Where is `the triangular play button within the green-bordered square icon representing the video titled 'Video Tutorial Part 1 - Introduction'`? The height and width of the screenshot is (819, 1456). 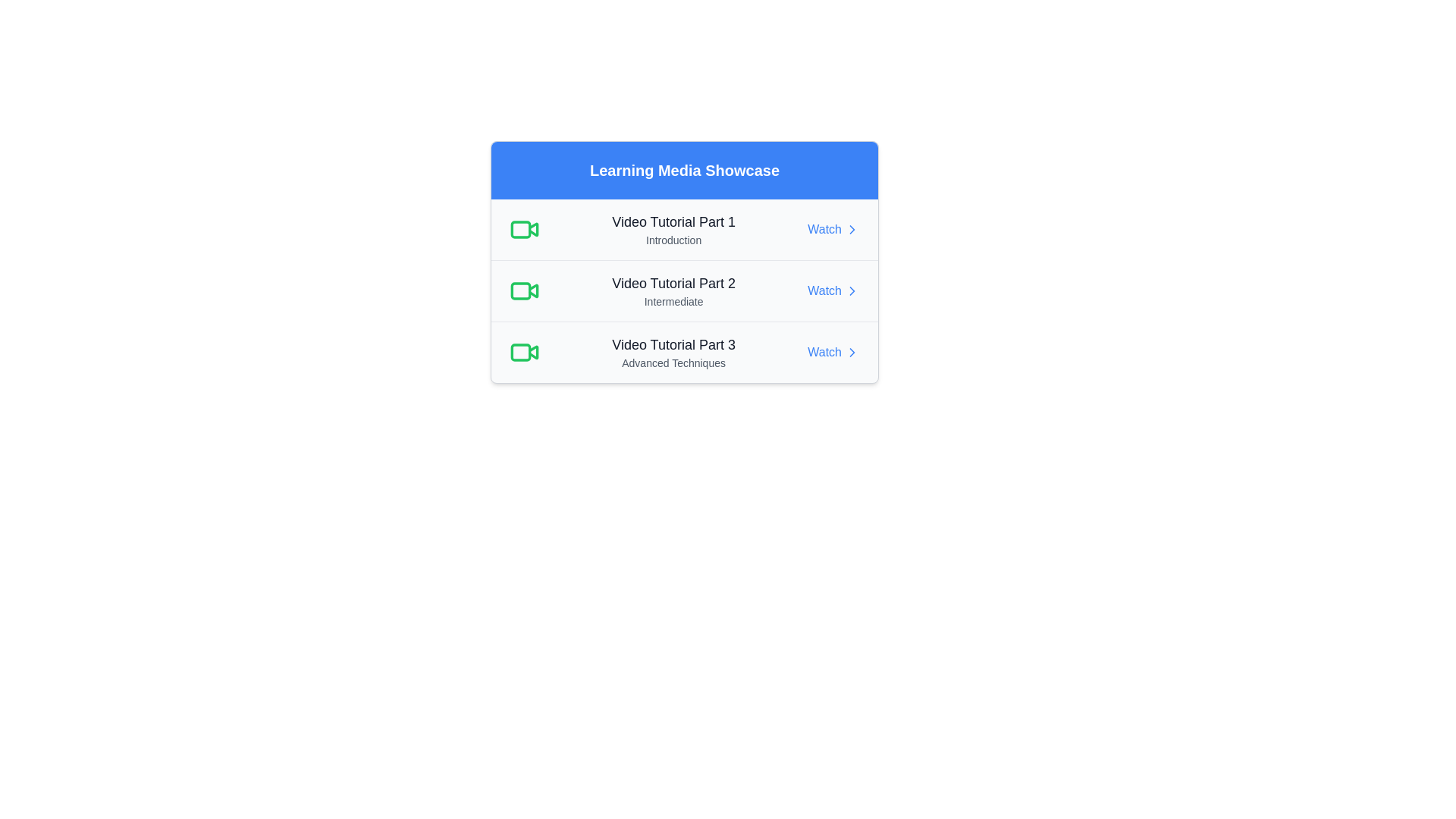
the triangular play button within the green-bordered square icon representing the video titled 'Video Tutorial Part 1 - Introduction' is located at coordinates (533, 229).